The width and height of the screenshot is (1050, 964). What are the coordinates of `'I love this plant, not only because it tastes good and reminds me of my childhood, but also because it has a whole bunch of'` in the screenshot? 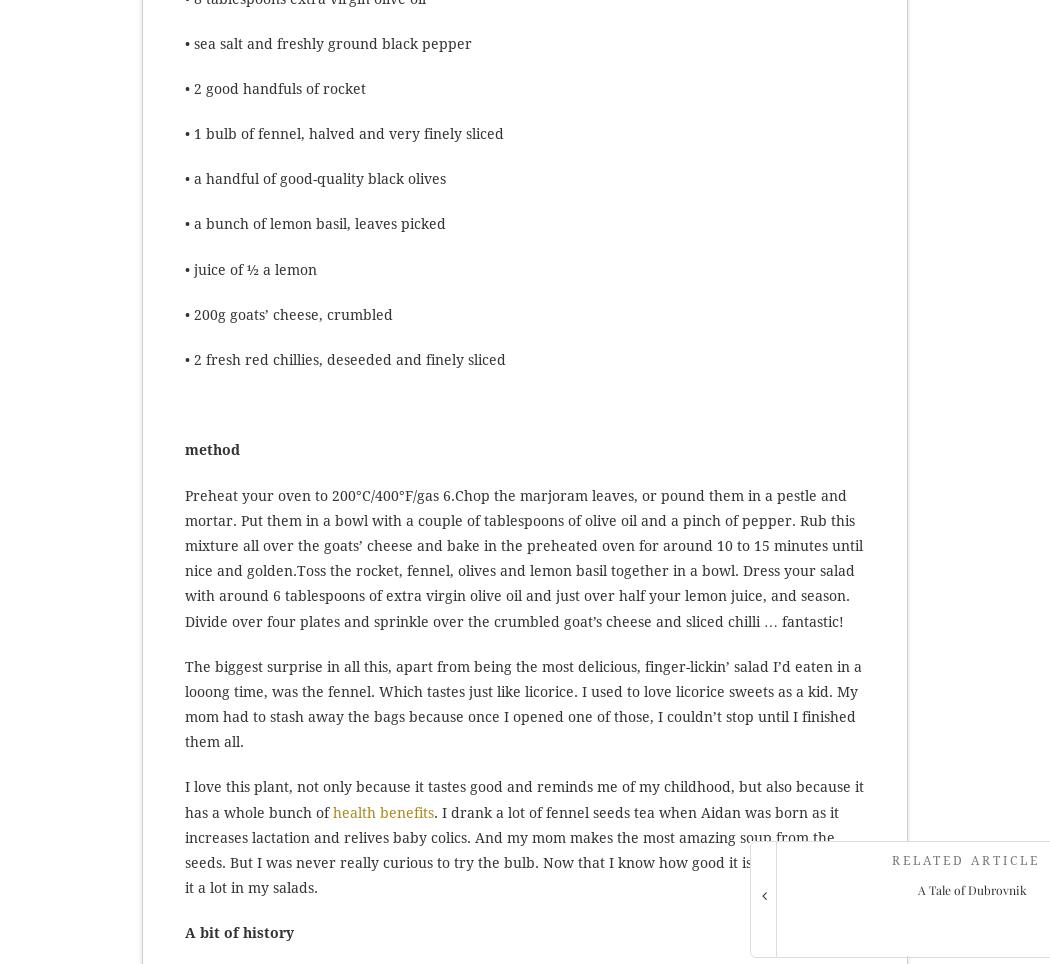 It's located at (185, 799).